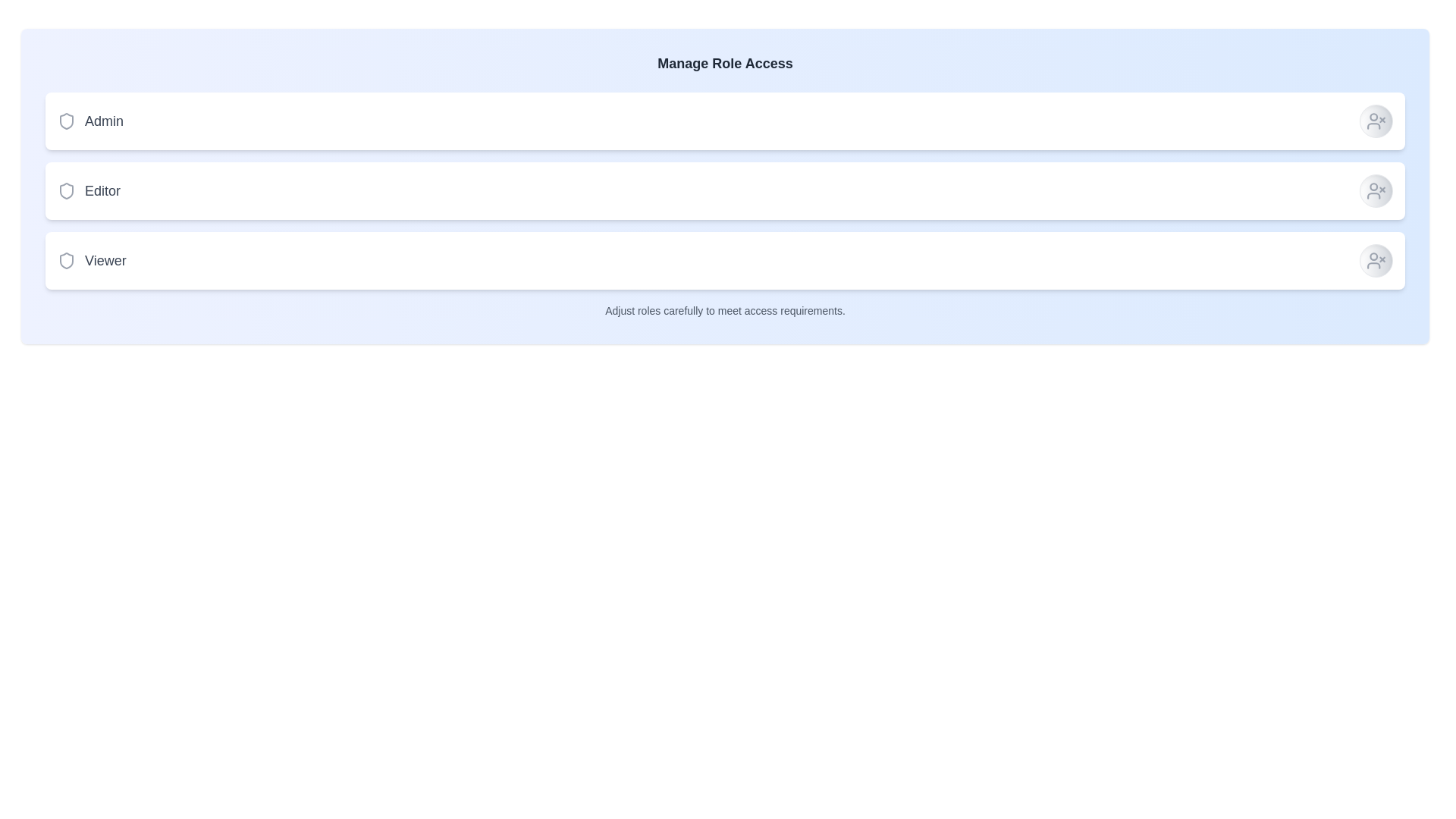 The image size is (1456, 819). I want to click on the circular button with a gradient background and a user icon with a cross beside it, located in the 'Editor' section, so click(1376, 190).